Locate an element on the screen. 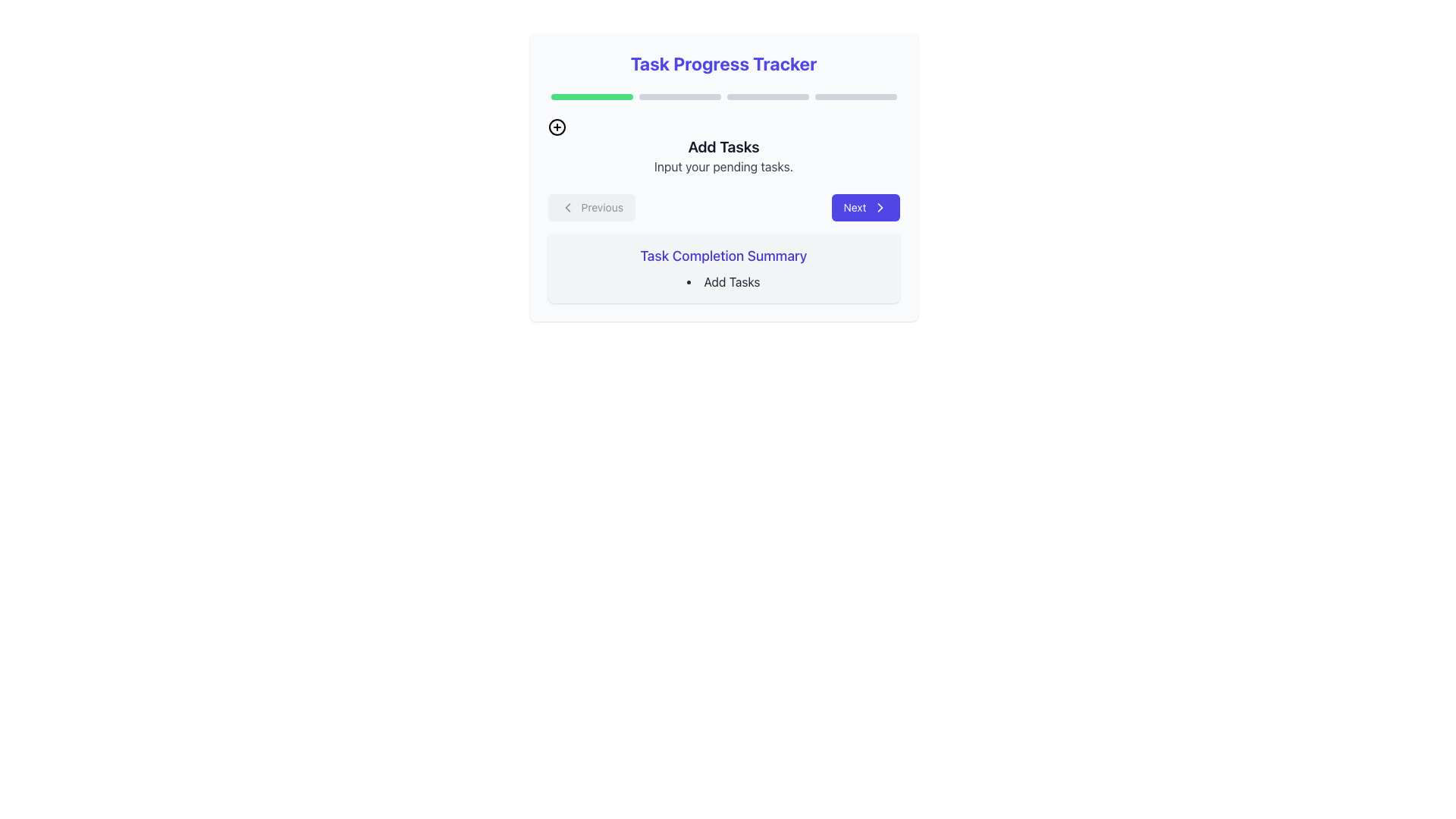 The width and height of the screenshot is (1456, 819). the text item reading 'Add Tasks' in the bulleted list located beneath the section labeled 'Task Completion Summary' is located at coordinates (723, 281).